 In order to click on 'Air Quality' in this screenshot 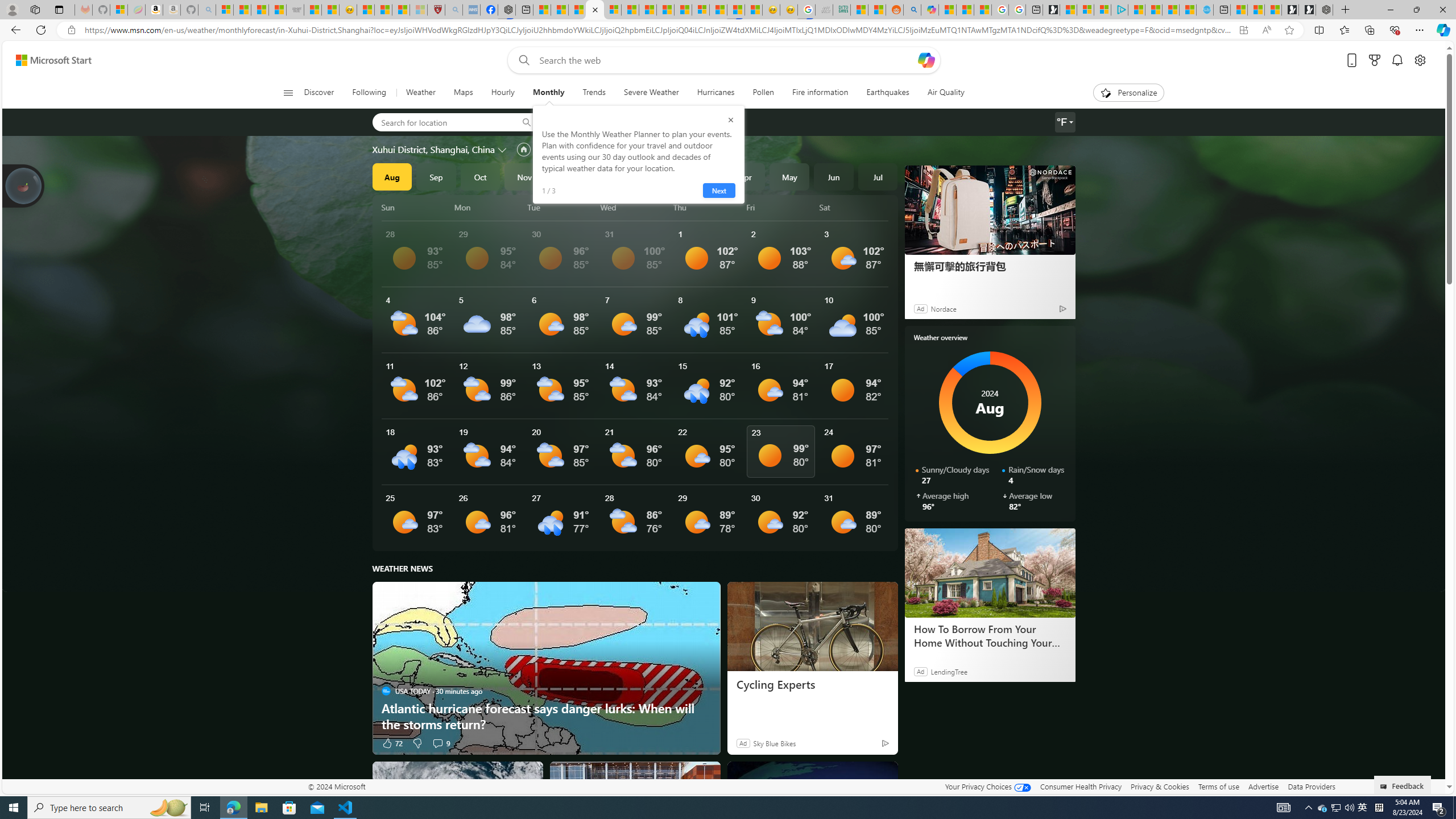, I will do `click(945, 92)`.